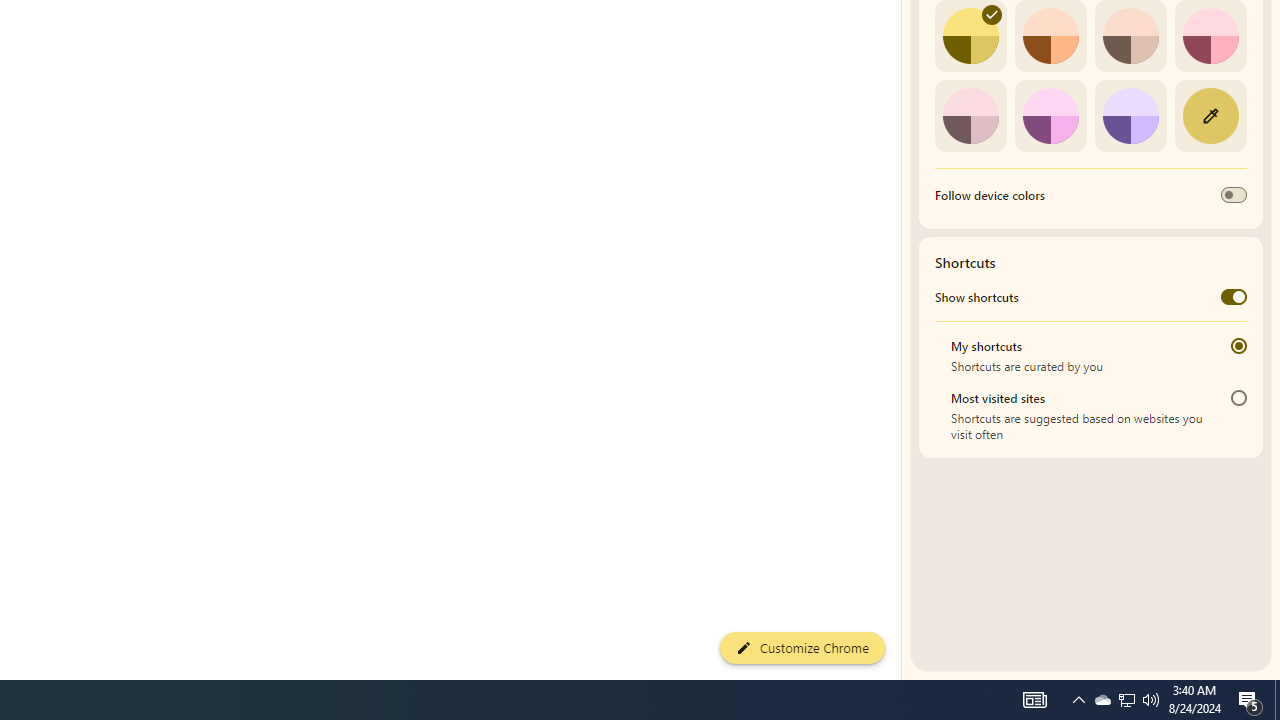 The image size is (1280, 720). What do you see at coordinates (1232, 297) in the screenshot?
I see `'Show shortcuts'` at bounding box center [1232, 297].